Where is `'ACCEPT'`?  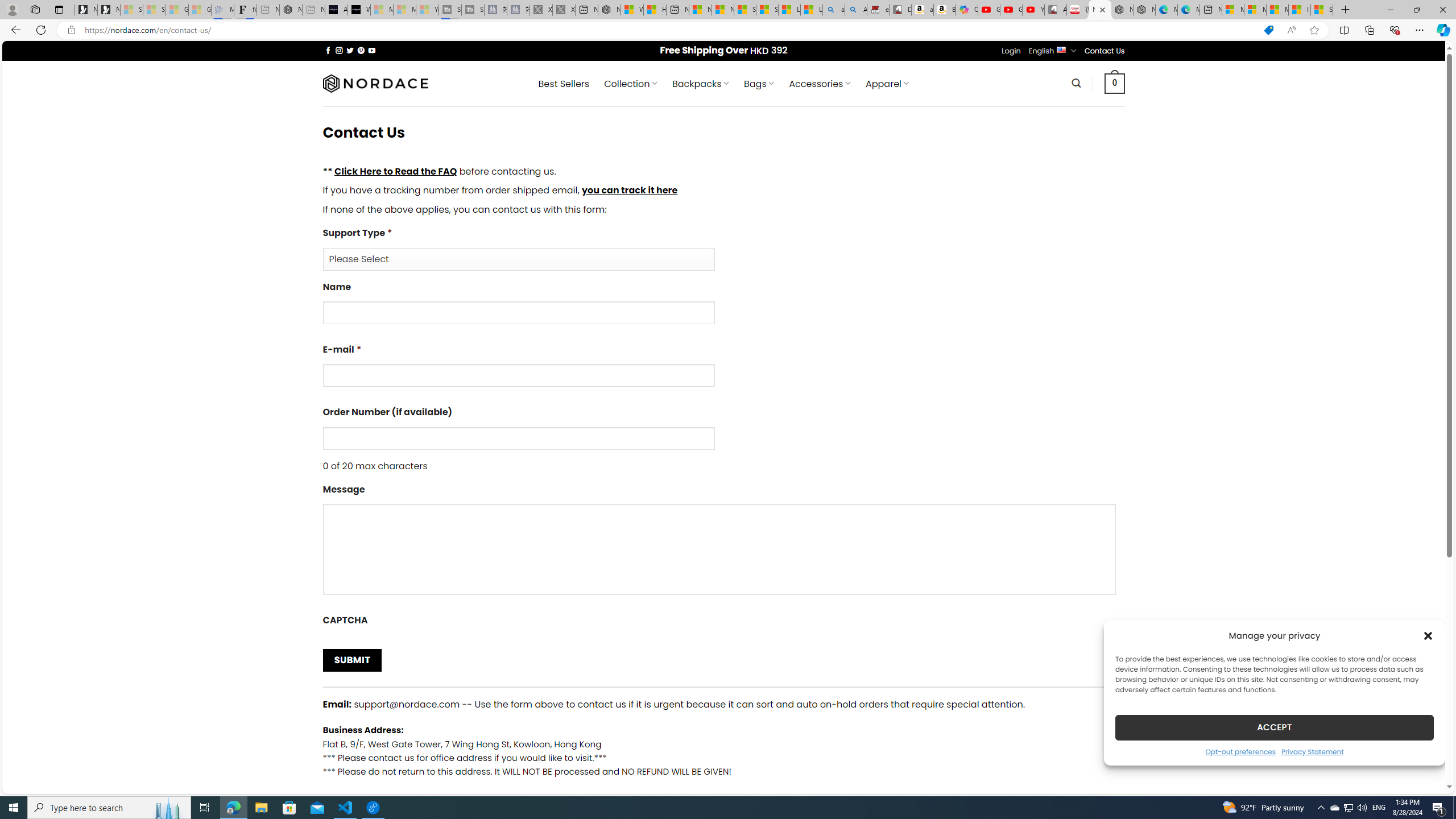
'ACCEPT' is located at coordinates (1275, 727).